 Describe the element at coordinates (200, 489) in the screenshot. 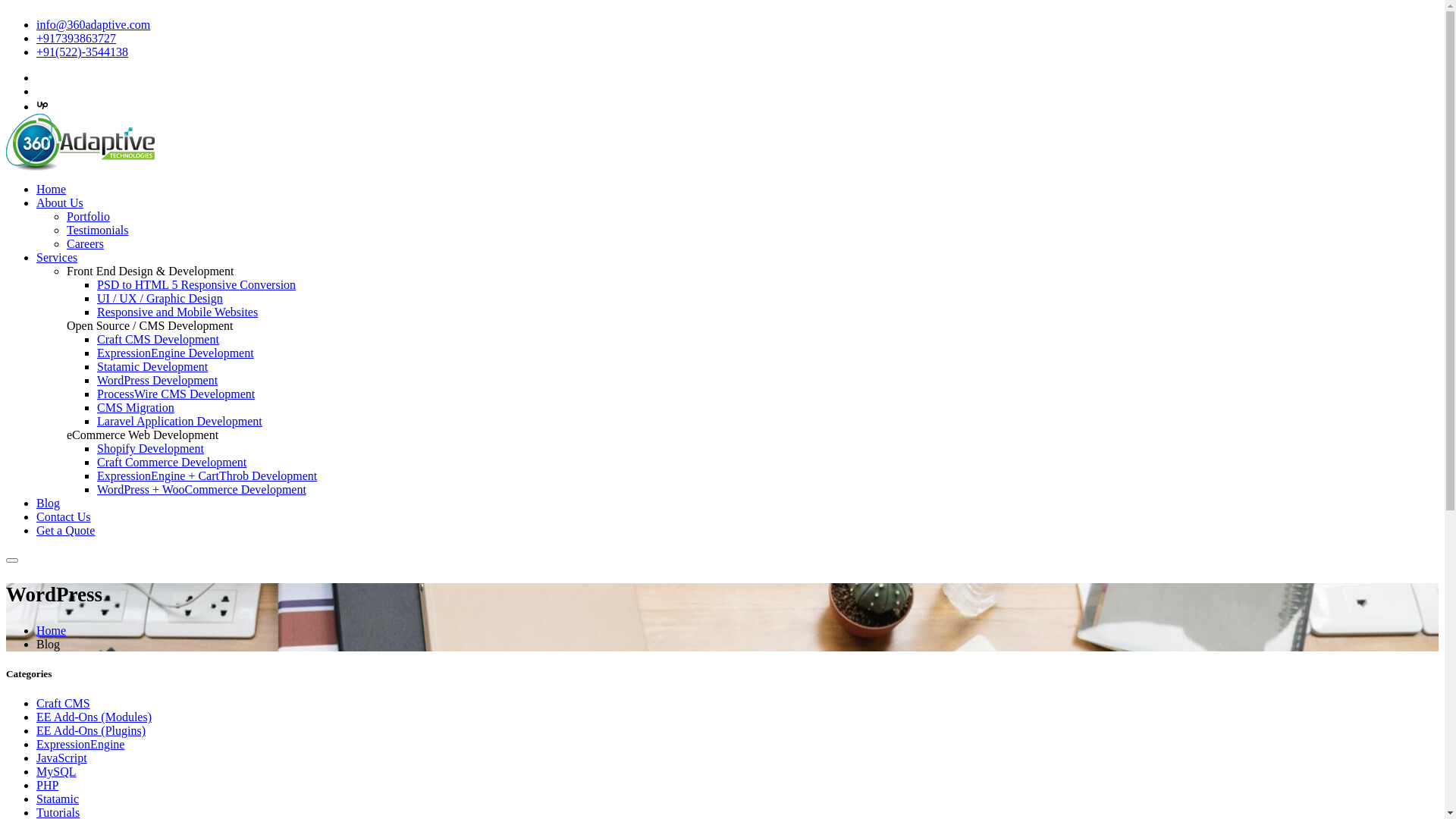

I see `'WordPress + WooCommerce Development'` at that location.